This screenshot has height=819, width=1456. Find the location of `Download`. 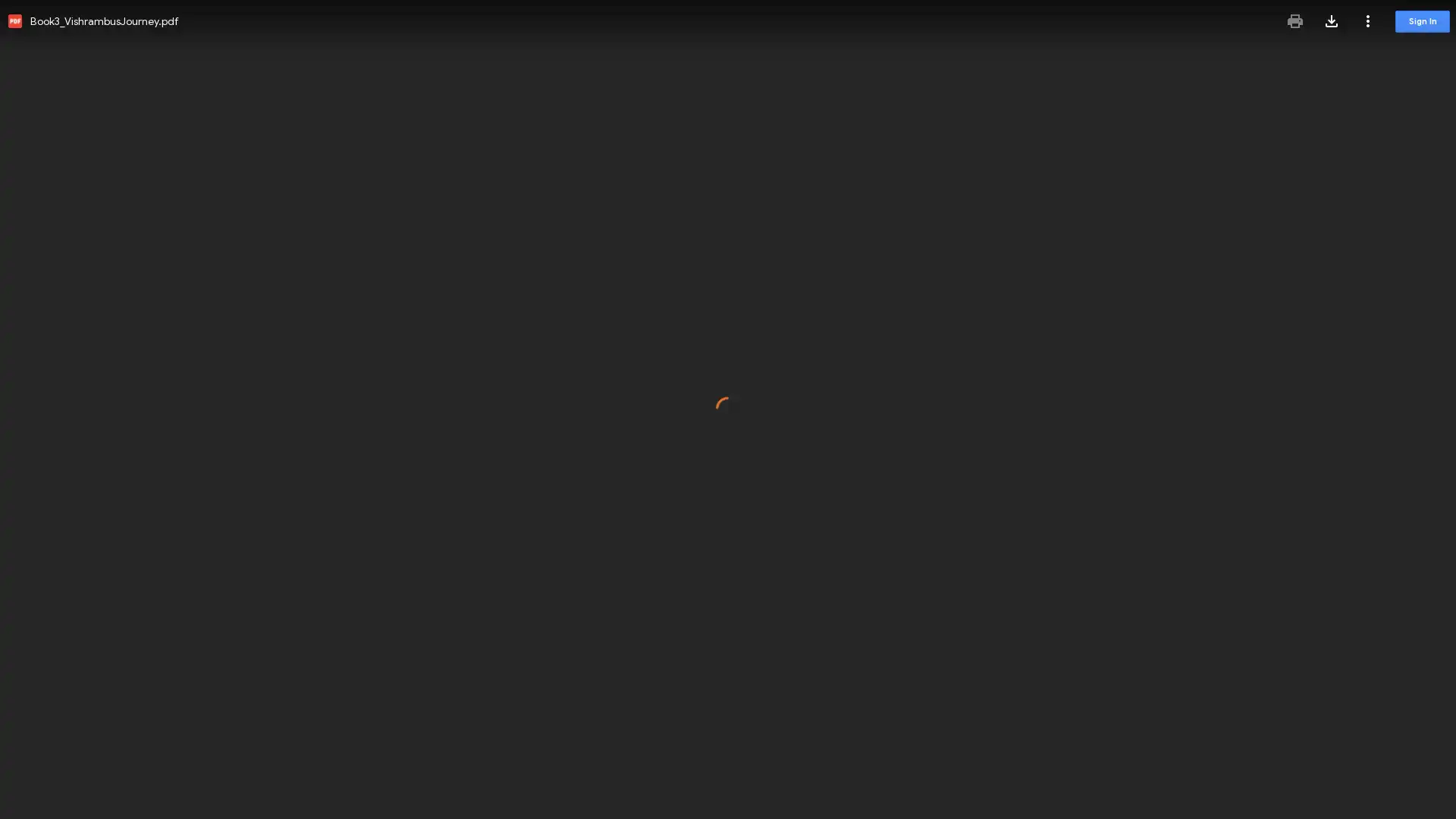

Download is located at coordinates (1331, 20).